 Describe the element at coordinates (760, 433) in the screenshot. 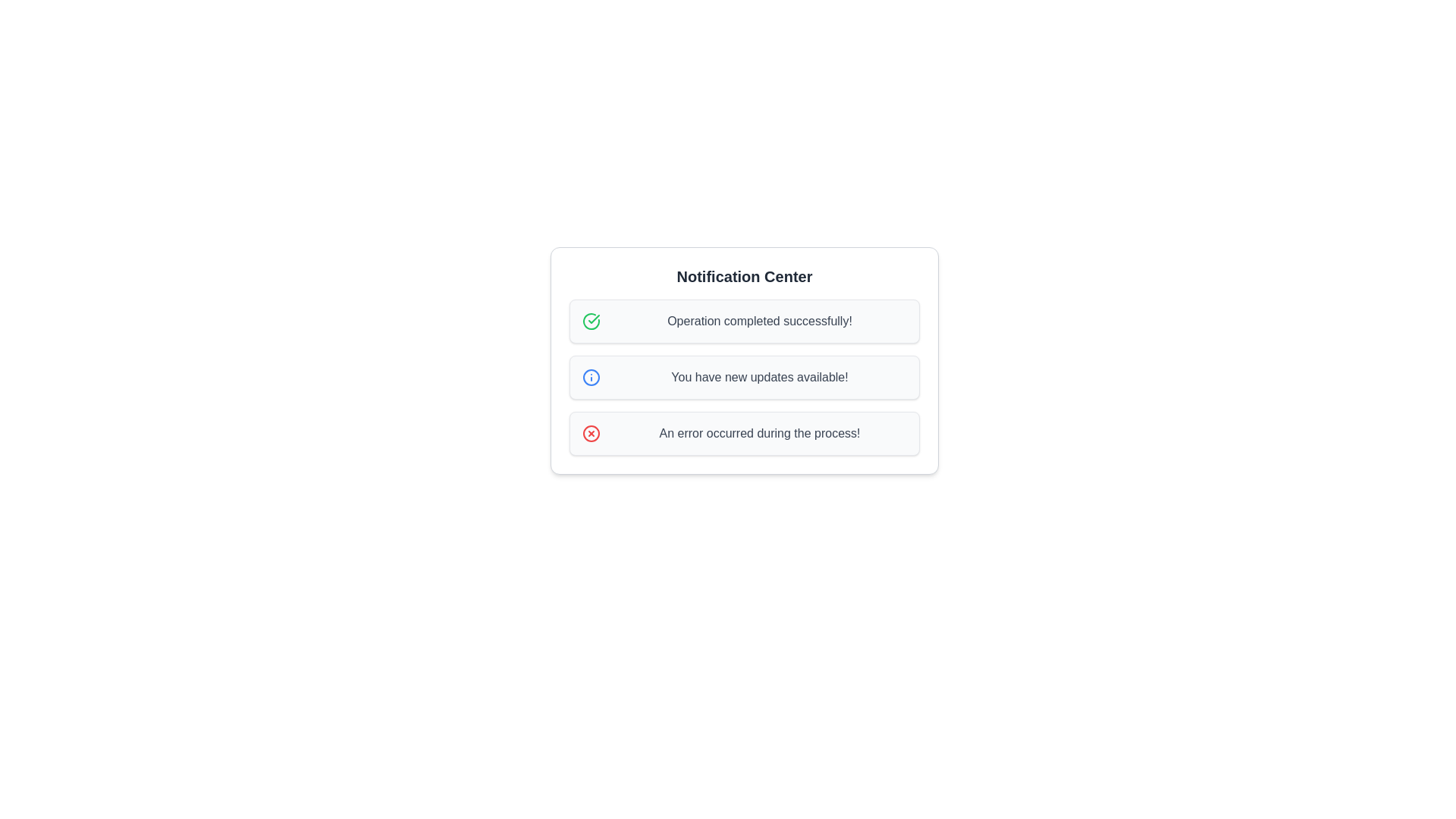

I see `error notification message displayed in the text label located in the third notification item of the 'Notification Center', positioned next to the error icon` at that location.